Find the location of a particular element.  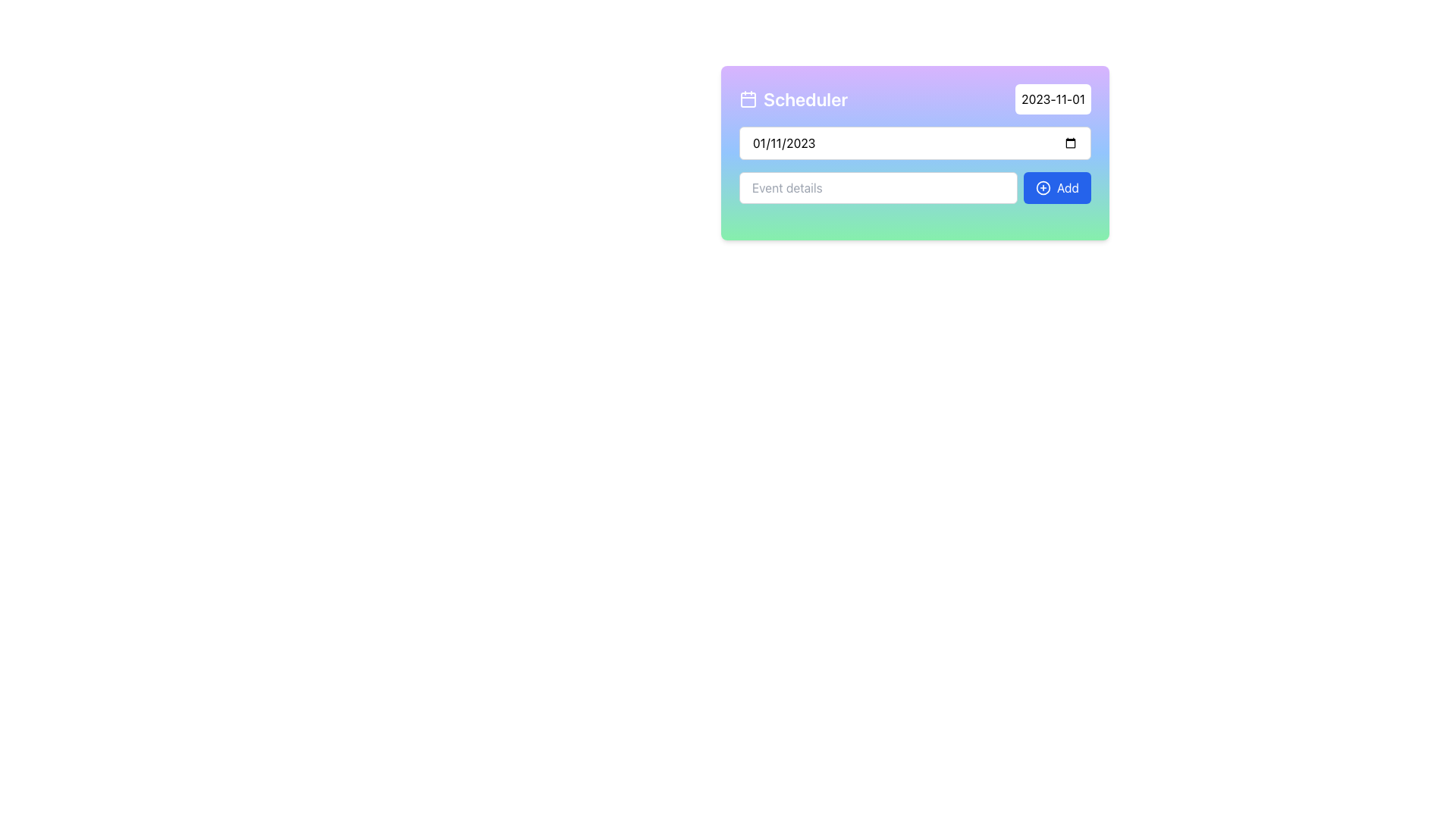

the circular icon with a plus sign inscribed in its center, located to the left of the 'Add' text in the bottom-right area of the gradient background scheduler interface is located at coordinates (1043, 187).